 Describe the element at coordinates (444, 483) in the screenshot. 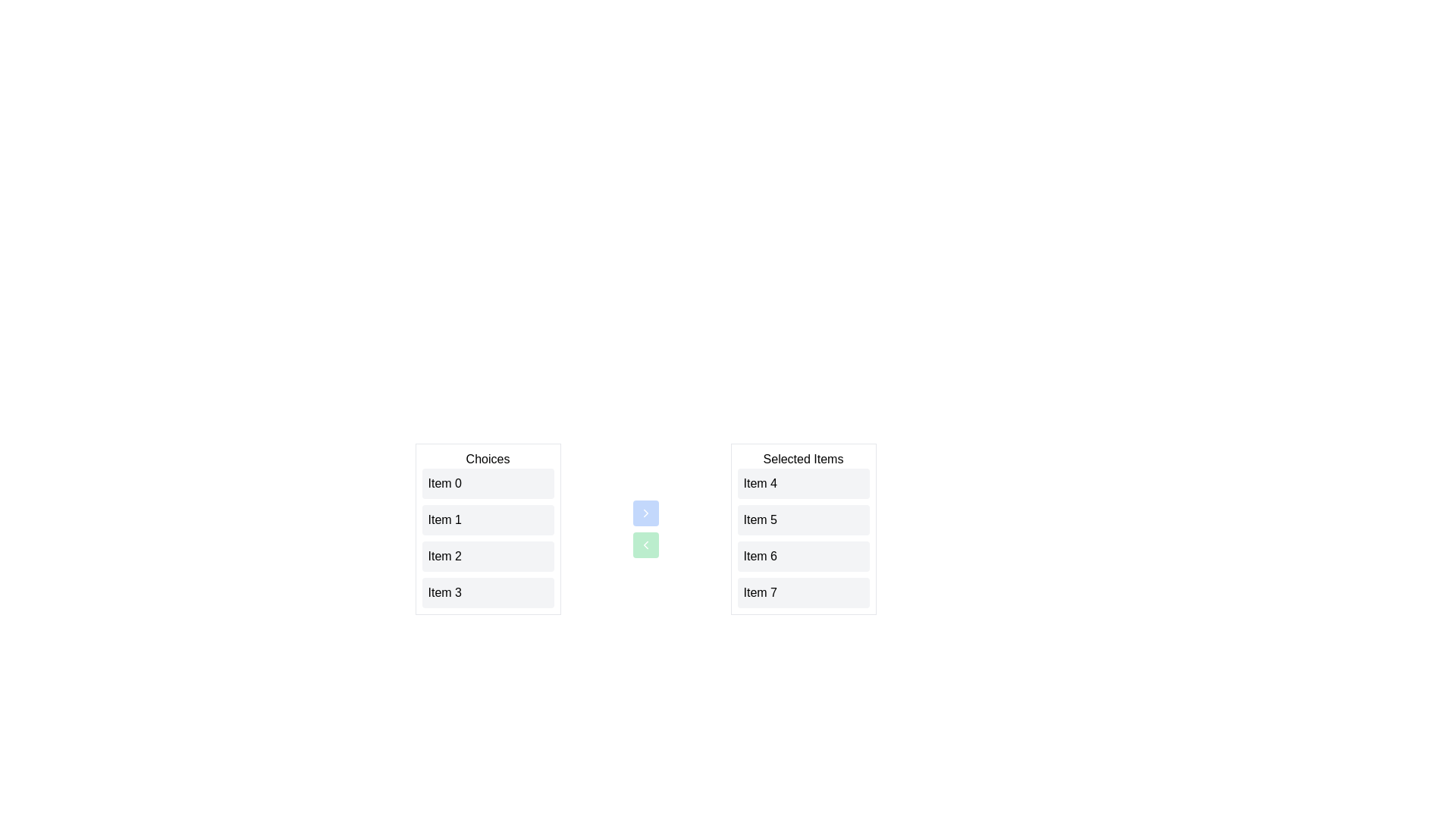

I see `the text label displaying 'Item 0' within the selectable items in the 'Choices' column, located at the top of the list` at that location.